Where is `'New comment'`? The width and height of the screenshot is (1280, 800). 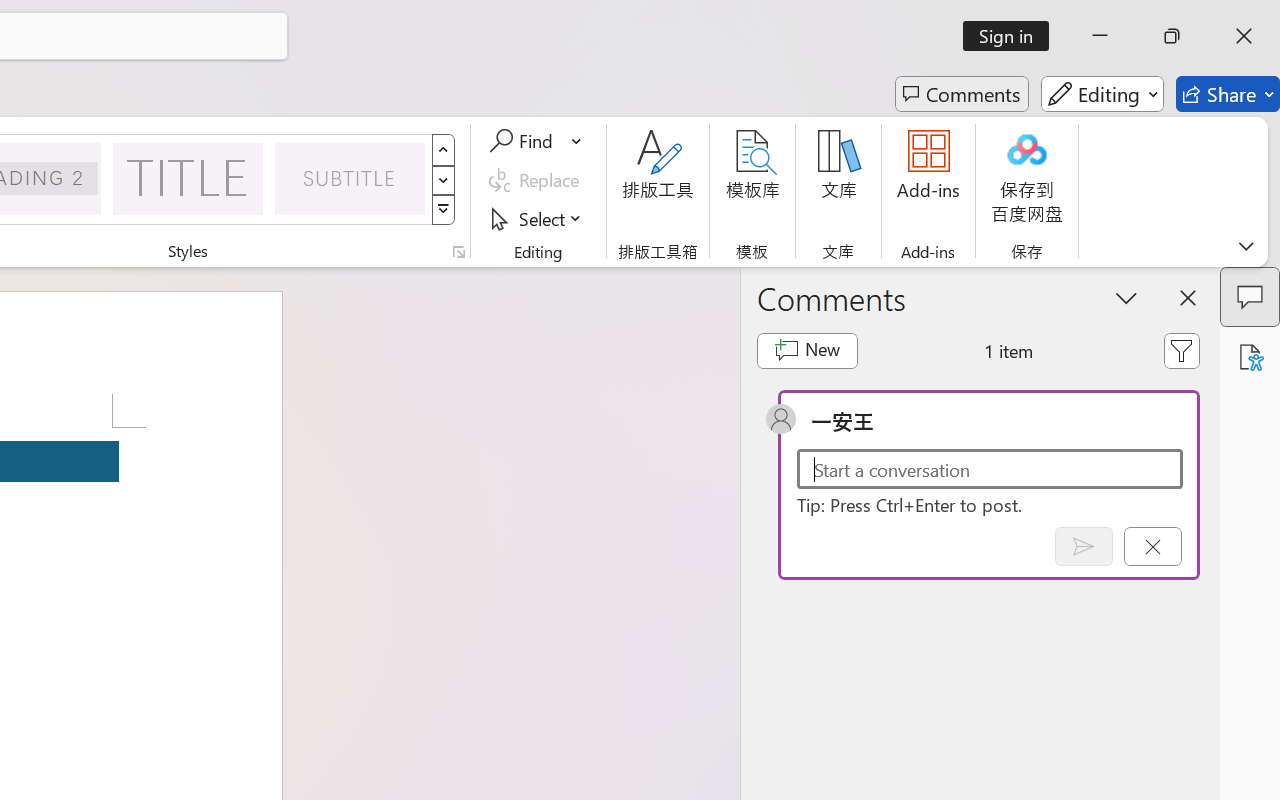 'New comment' is located at coordinates (807, 350).